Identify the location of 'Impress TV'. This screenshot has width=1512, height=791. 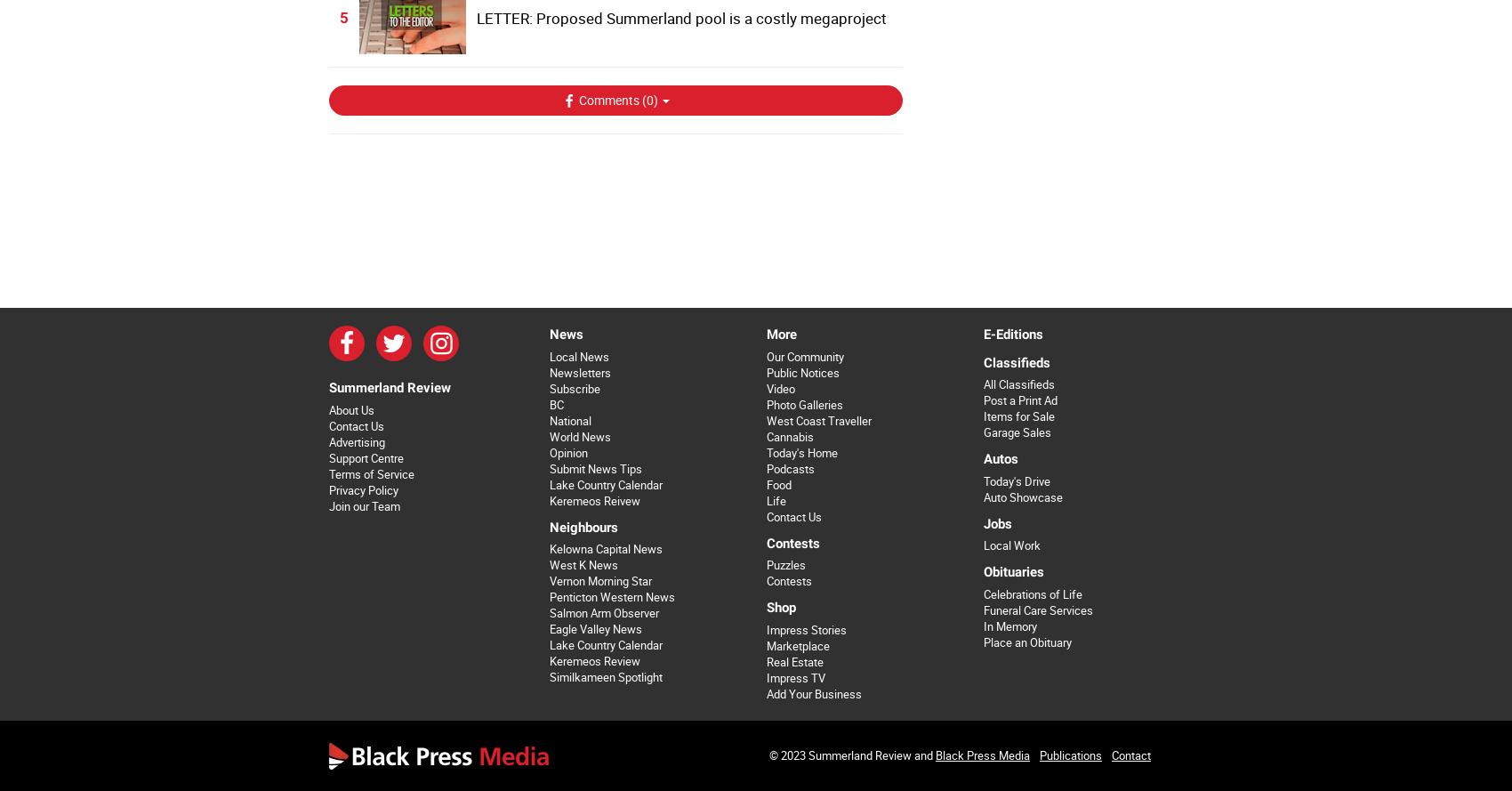
(795, 676).